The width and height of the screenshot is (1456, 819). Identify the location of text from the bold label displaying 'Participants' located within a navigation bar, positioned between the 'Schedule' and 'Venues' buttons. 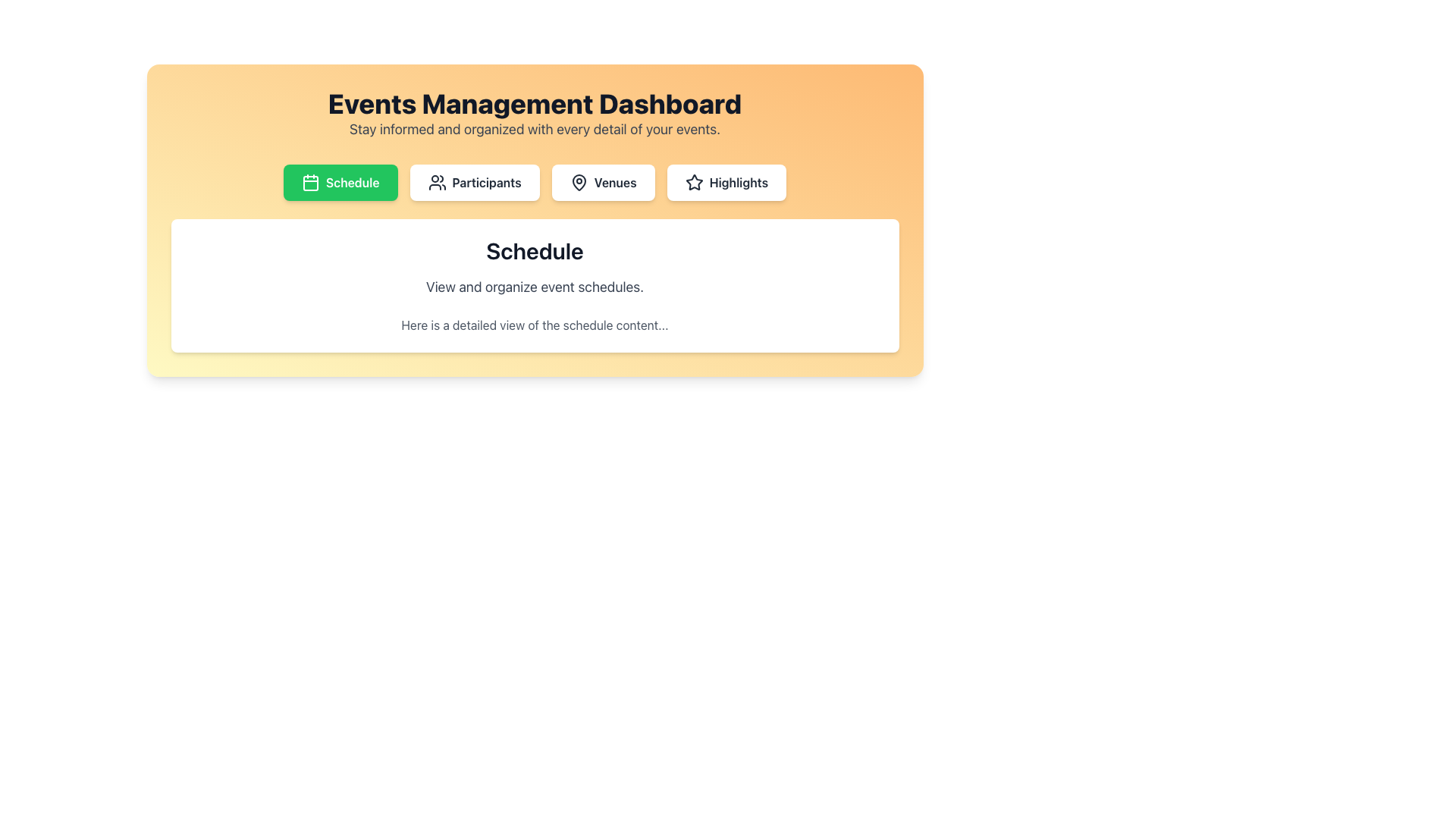
(487, 181).